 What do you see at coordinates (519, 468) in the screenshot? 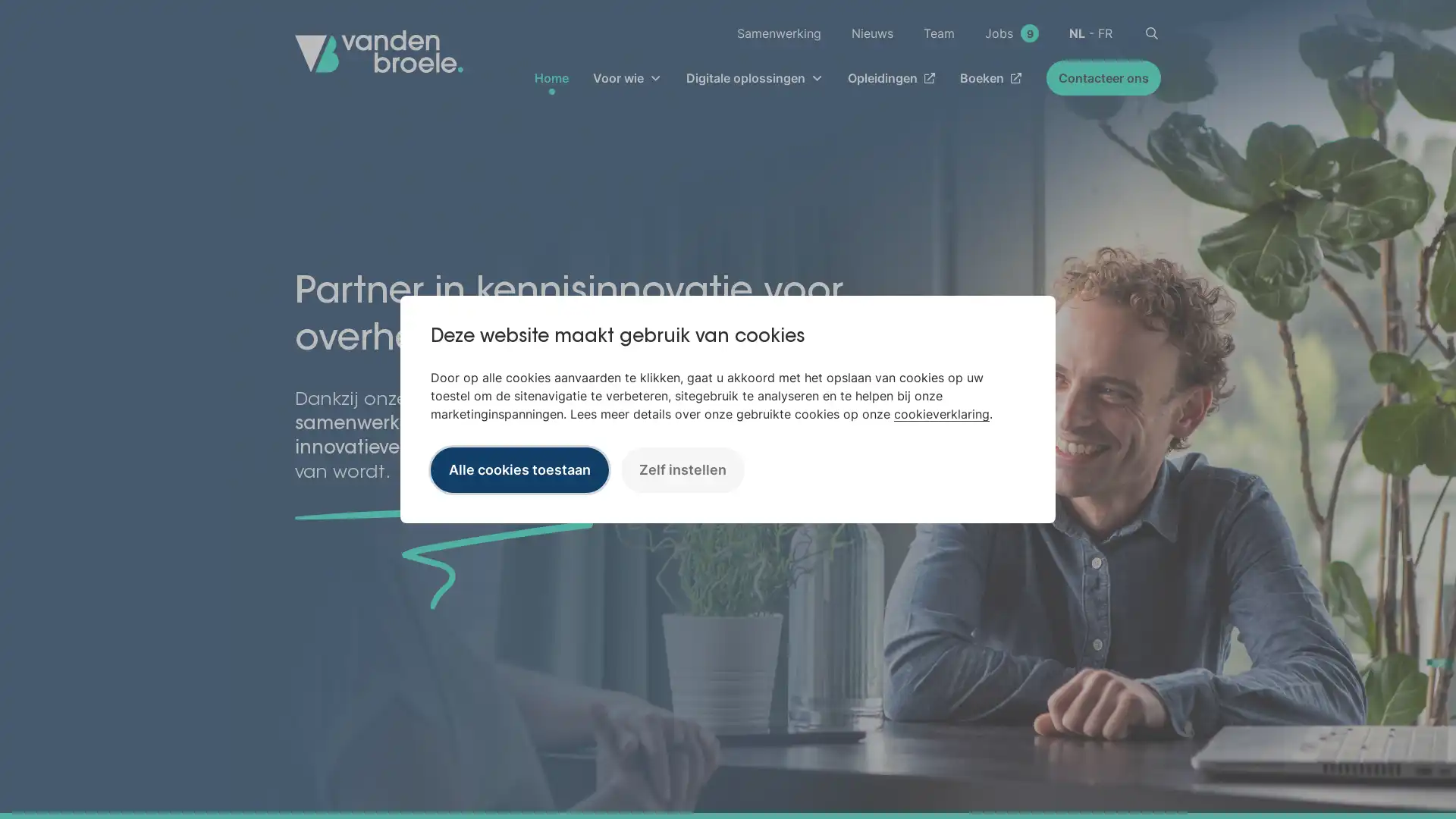
I see `Alle cookies toestaan` at bounding box center [519, 468].